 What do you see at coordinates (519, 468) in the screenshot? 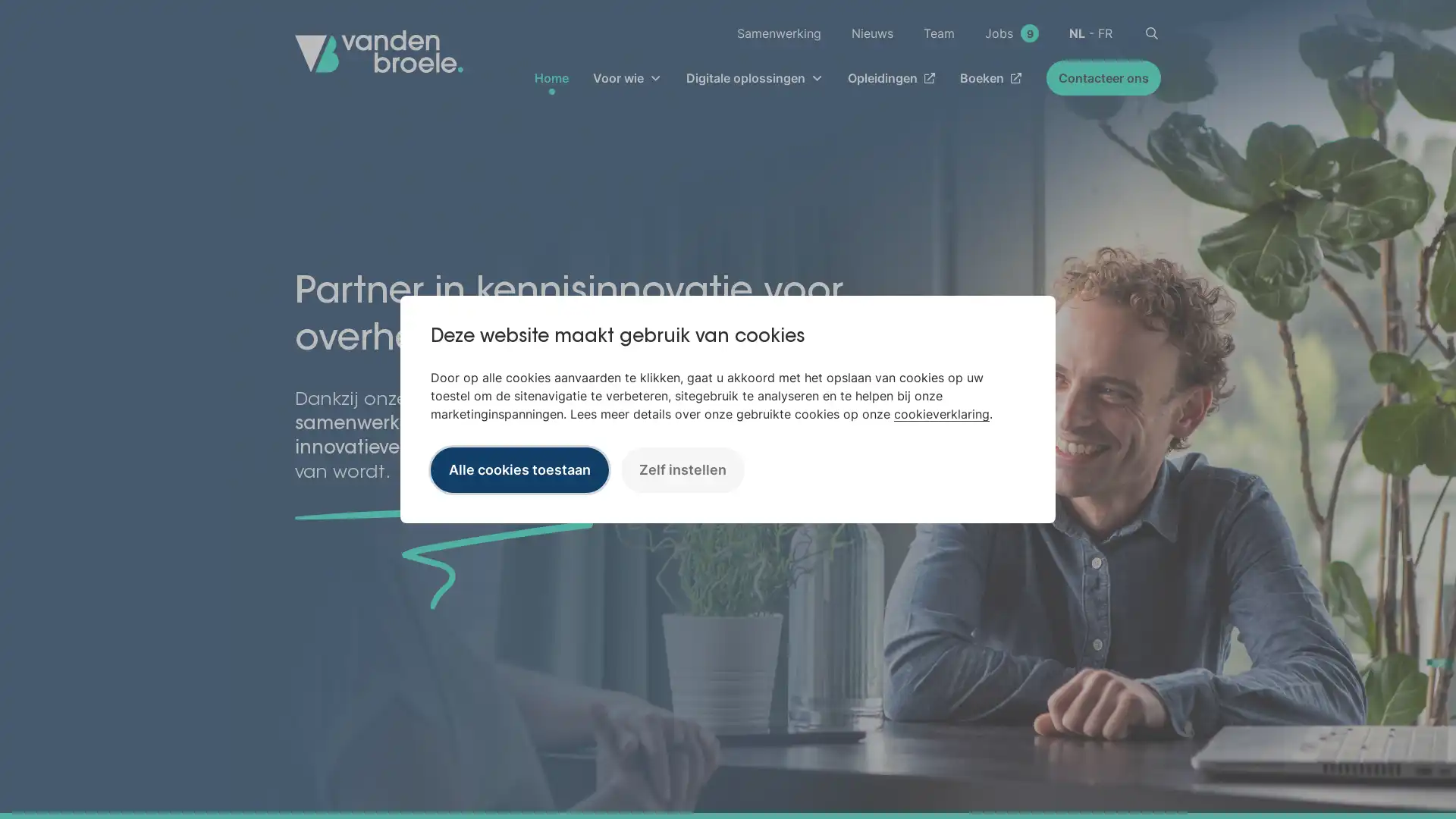
I see `Alle cookies toestaan` at bounding box center [519, 468].